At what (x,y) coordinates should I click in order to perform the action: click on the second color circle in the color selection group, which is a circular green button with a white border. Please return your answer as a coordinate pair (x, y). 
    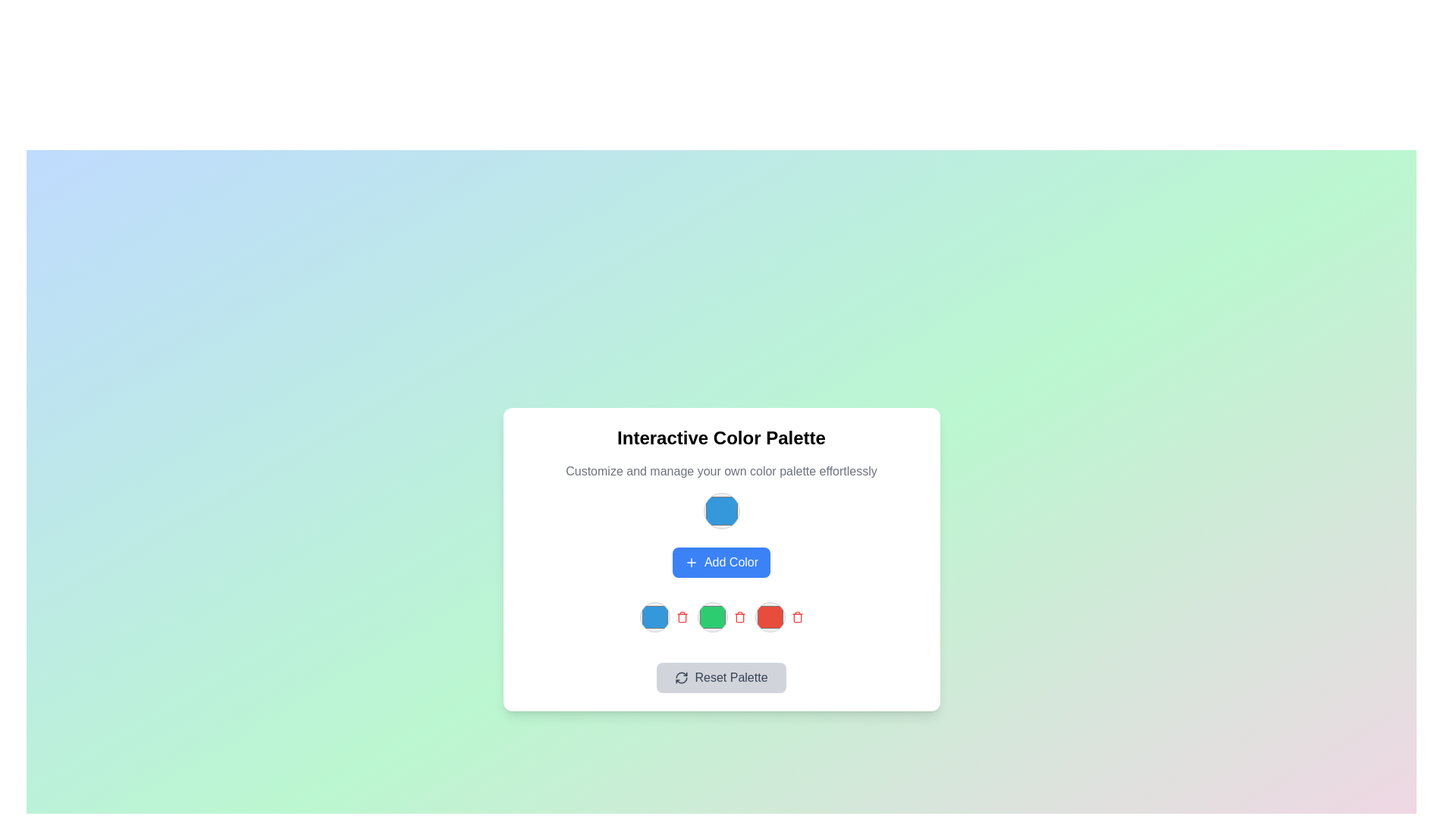
    Looking at the image, I should click on (720, 617).